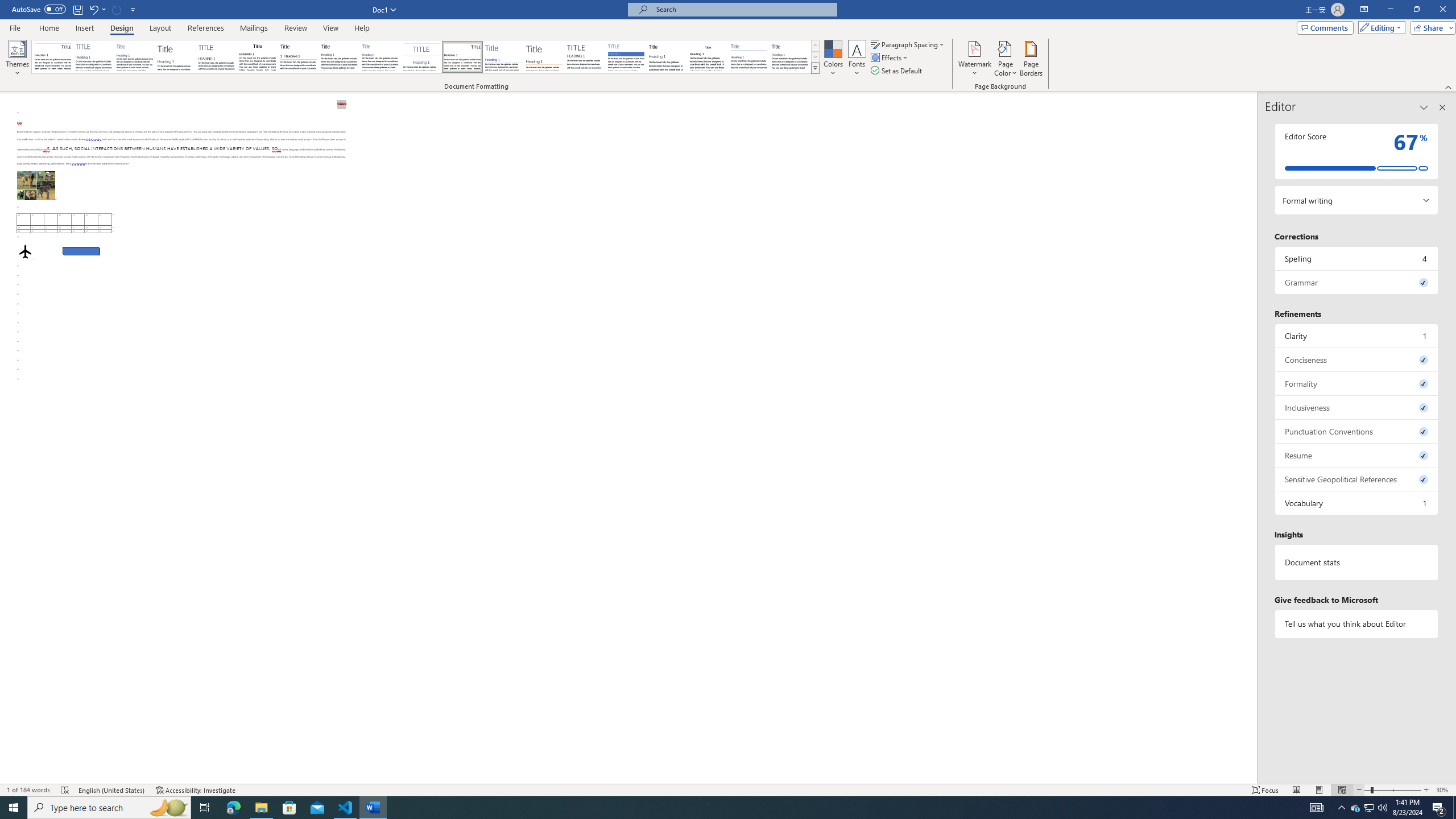 Image resolution: width=1456 pixels, height=819 pixels. Describe the element at coordinates (39, 9) in the screenshot. I see `'AutoSave'` at that location.